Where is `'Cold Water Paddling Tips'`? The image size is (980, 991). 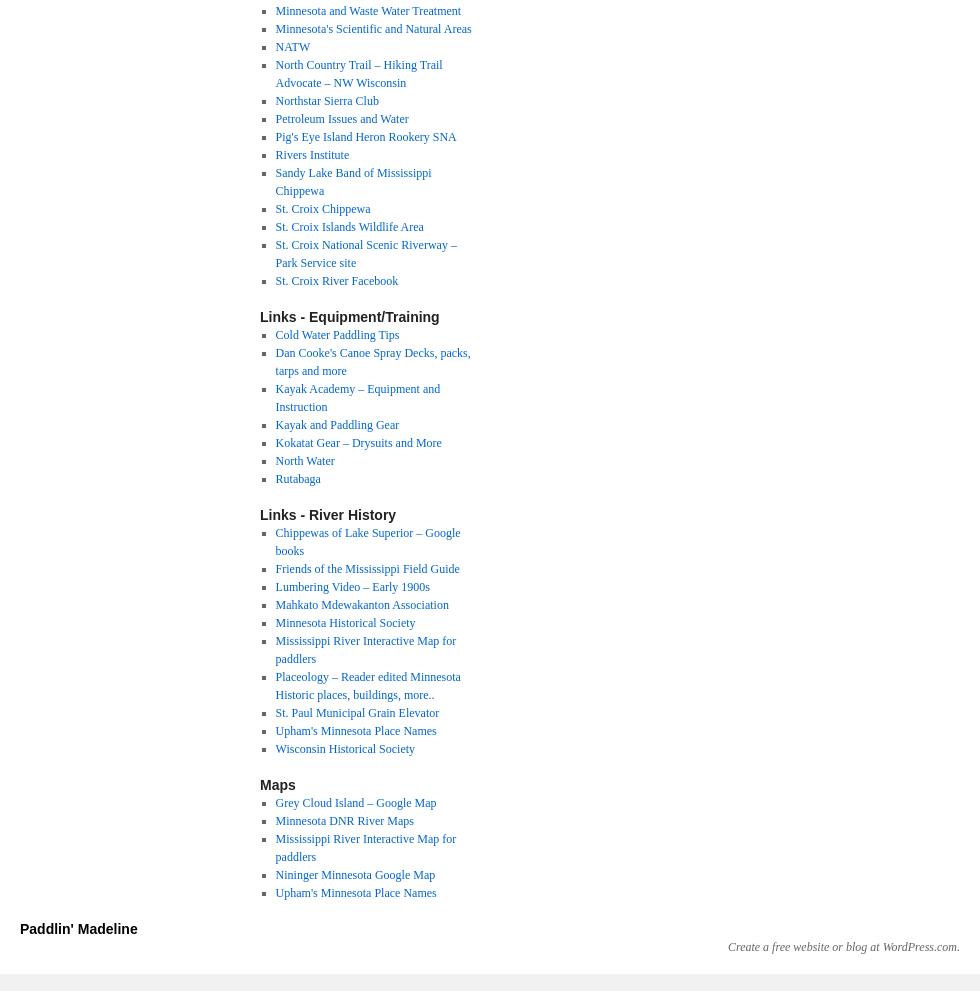
'Cold Water Paddling Tips' is located at coordinates (274, 334).